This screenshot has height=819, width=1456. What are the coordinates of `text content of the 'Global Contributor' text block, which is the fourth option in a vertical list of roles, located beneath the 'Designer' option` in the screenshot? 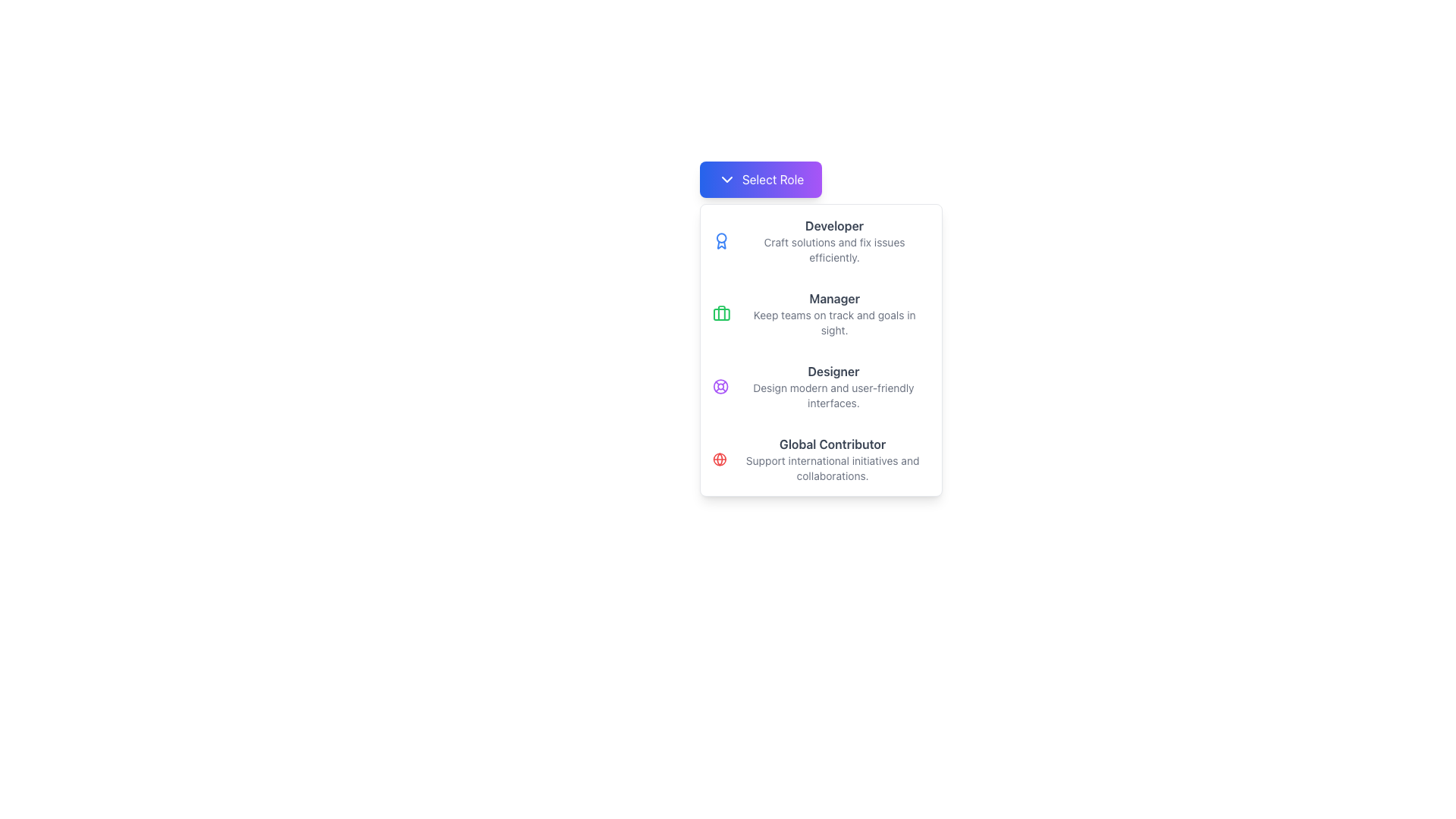 It's located at (832, 458).